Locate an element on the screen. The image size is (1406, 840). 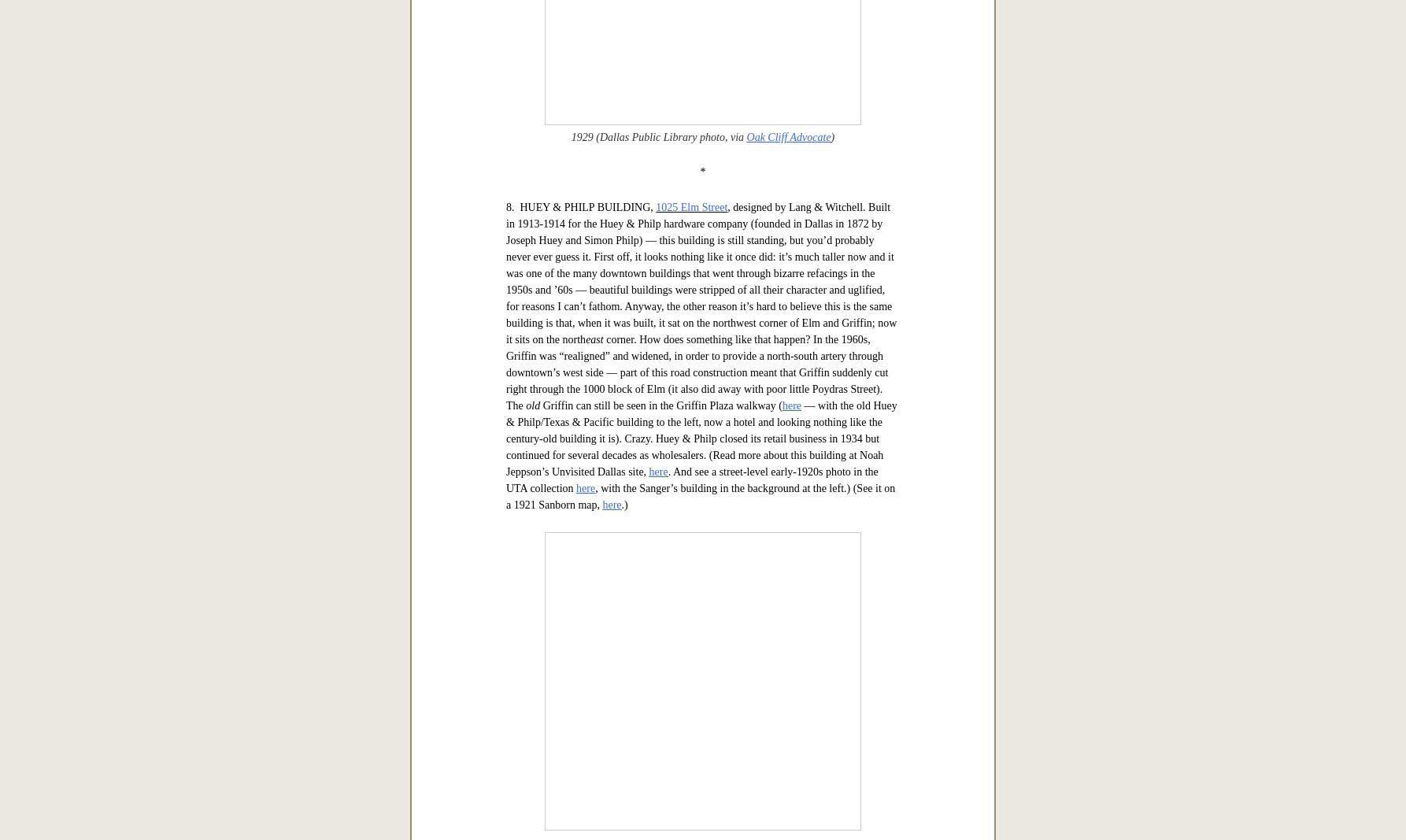
'1025 Elm Street' is located at coordinates (690, 701).